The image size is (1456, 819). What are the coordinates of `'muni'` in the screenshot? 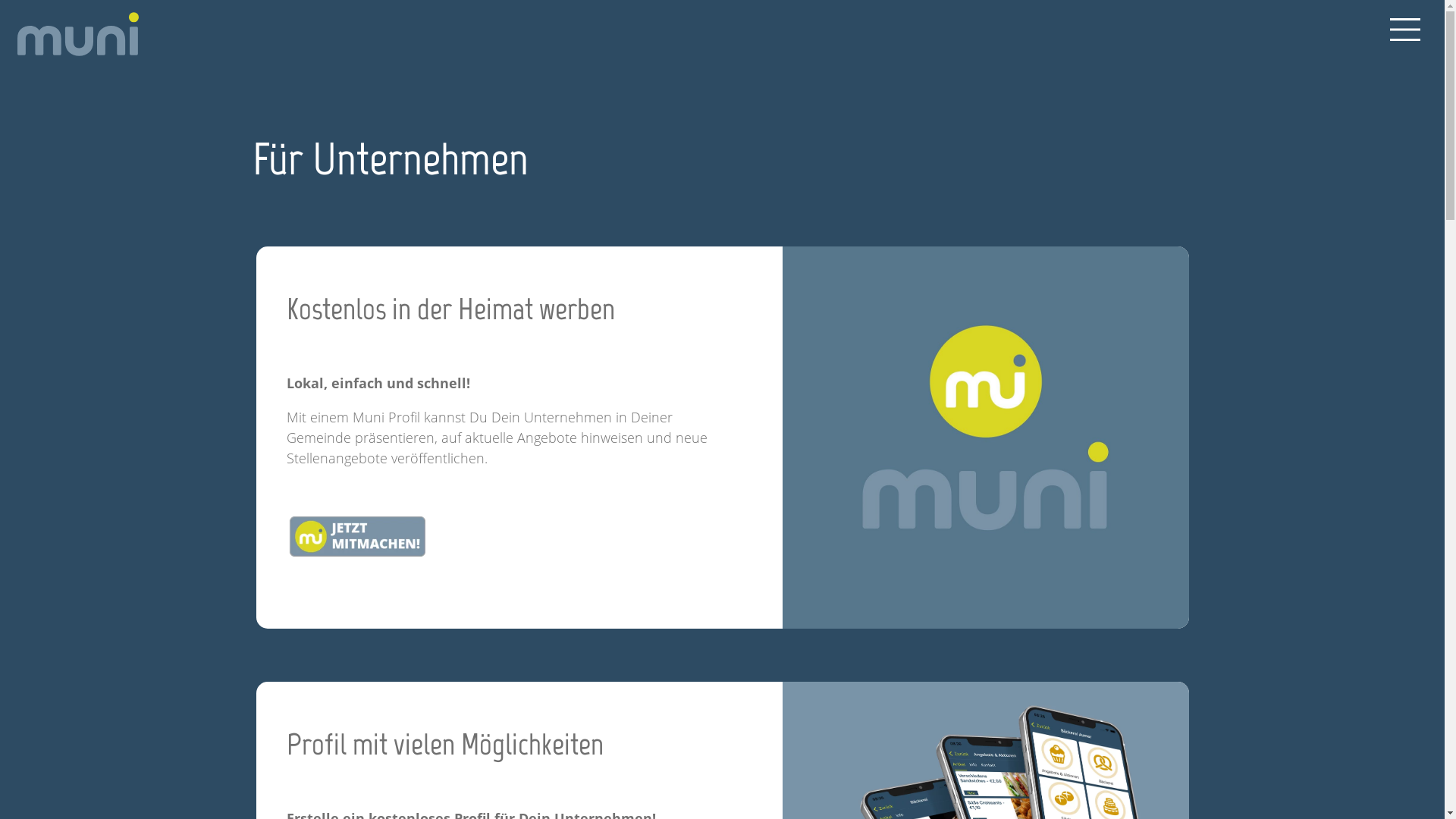 It's located at (17, 34).